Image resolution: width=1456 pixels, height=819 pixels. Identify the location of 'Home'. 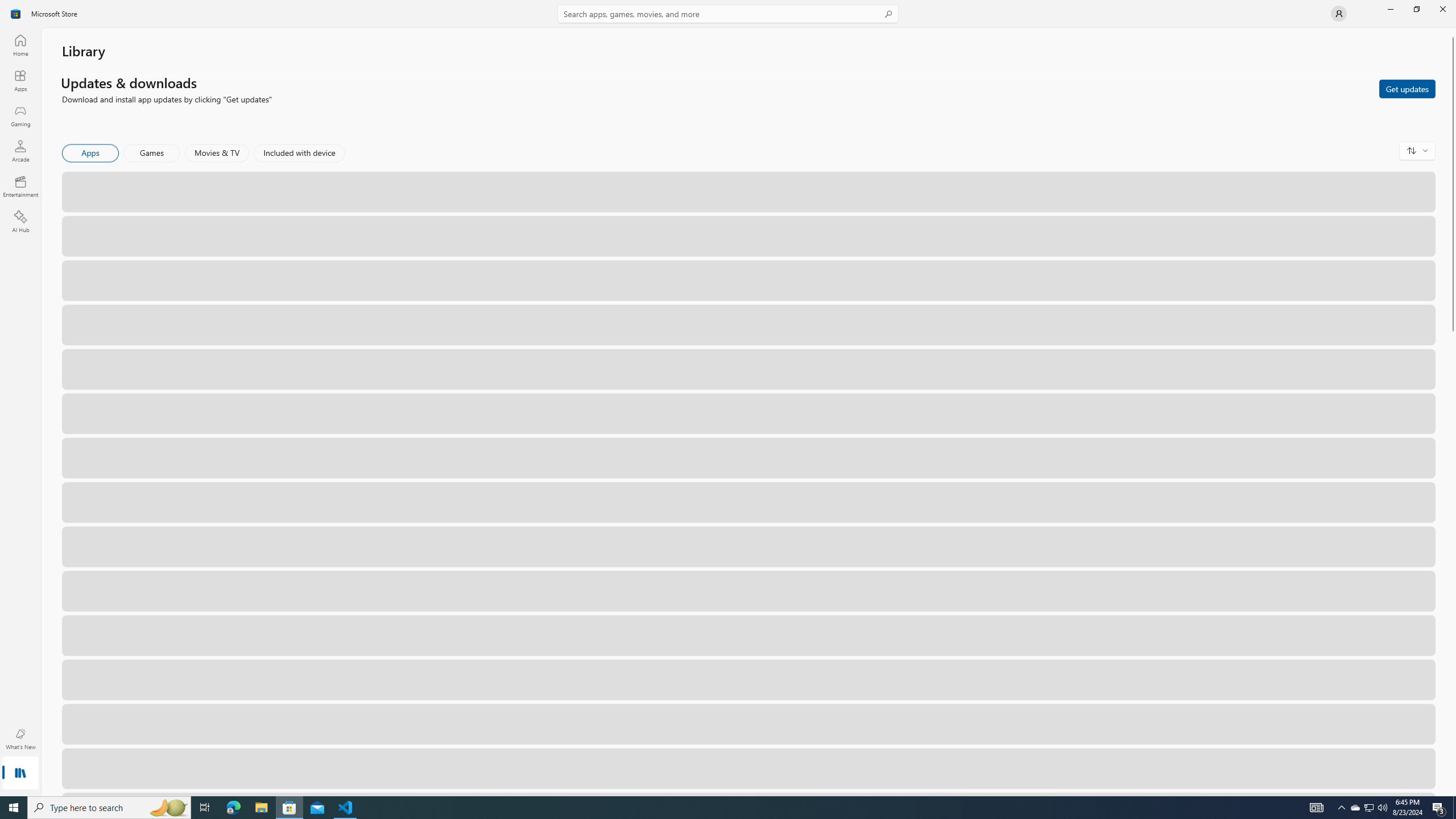
(19, 44).